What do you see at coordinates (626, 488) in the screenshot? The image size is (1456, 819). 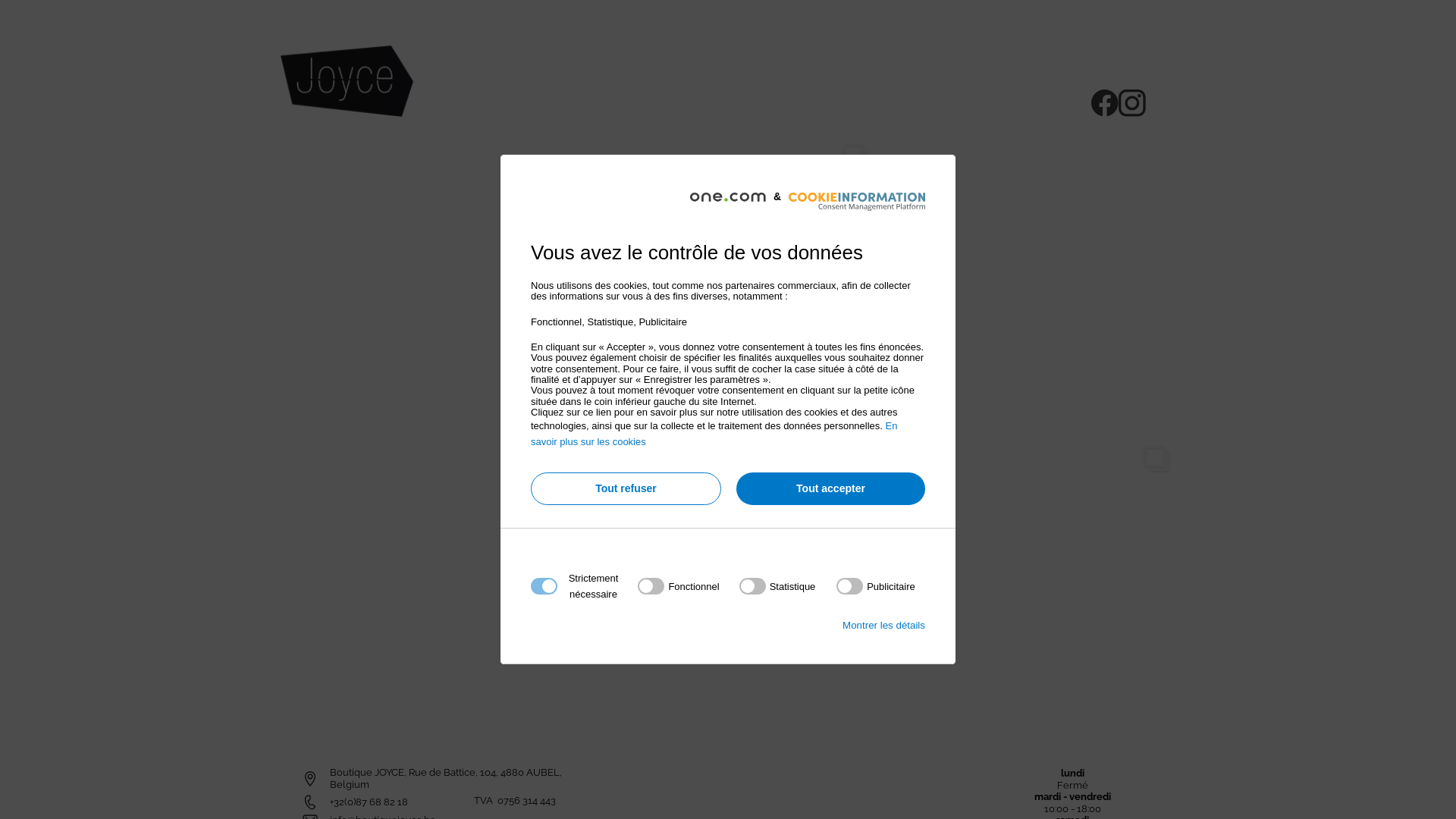 I see `'Tout refuser'` at bounding box center [626, 488].